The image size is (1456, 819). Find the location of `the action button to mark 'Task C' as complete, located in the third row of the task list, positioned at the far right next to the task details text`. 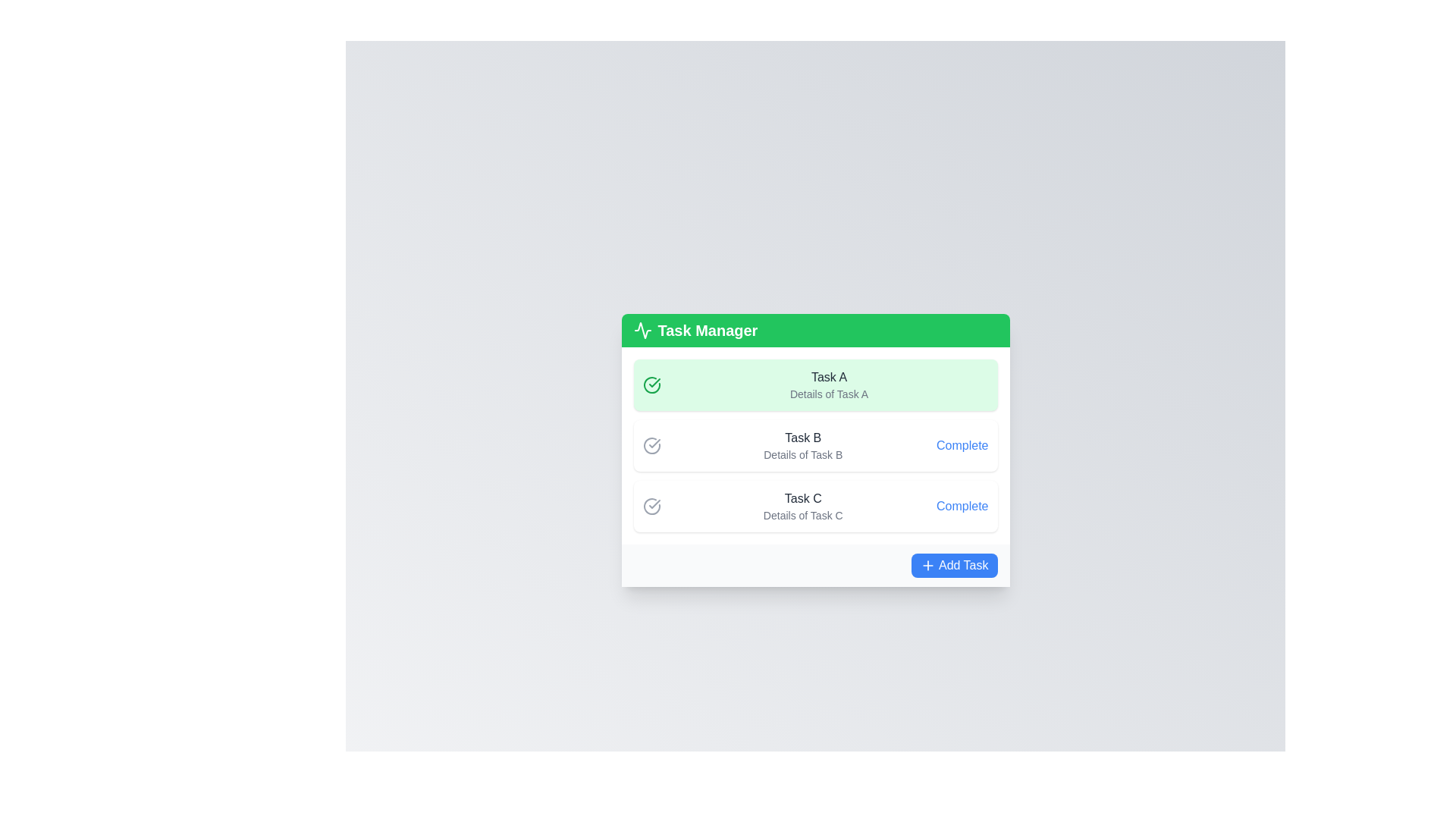

the action button to mark 'Task C' as complete, located in the third row of the task list, positioned at the far right next to the task details text is located at coordinates (962, 506).